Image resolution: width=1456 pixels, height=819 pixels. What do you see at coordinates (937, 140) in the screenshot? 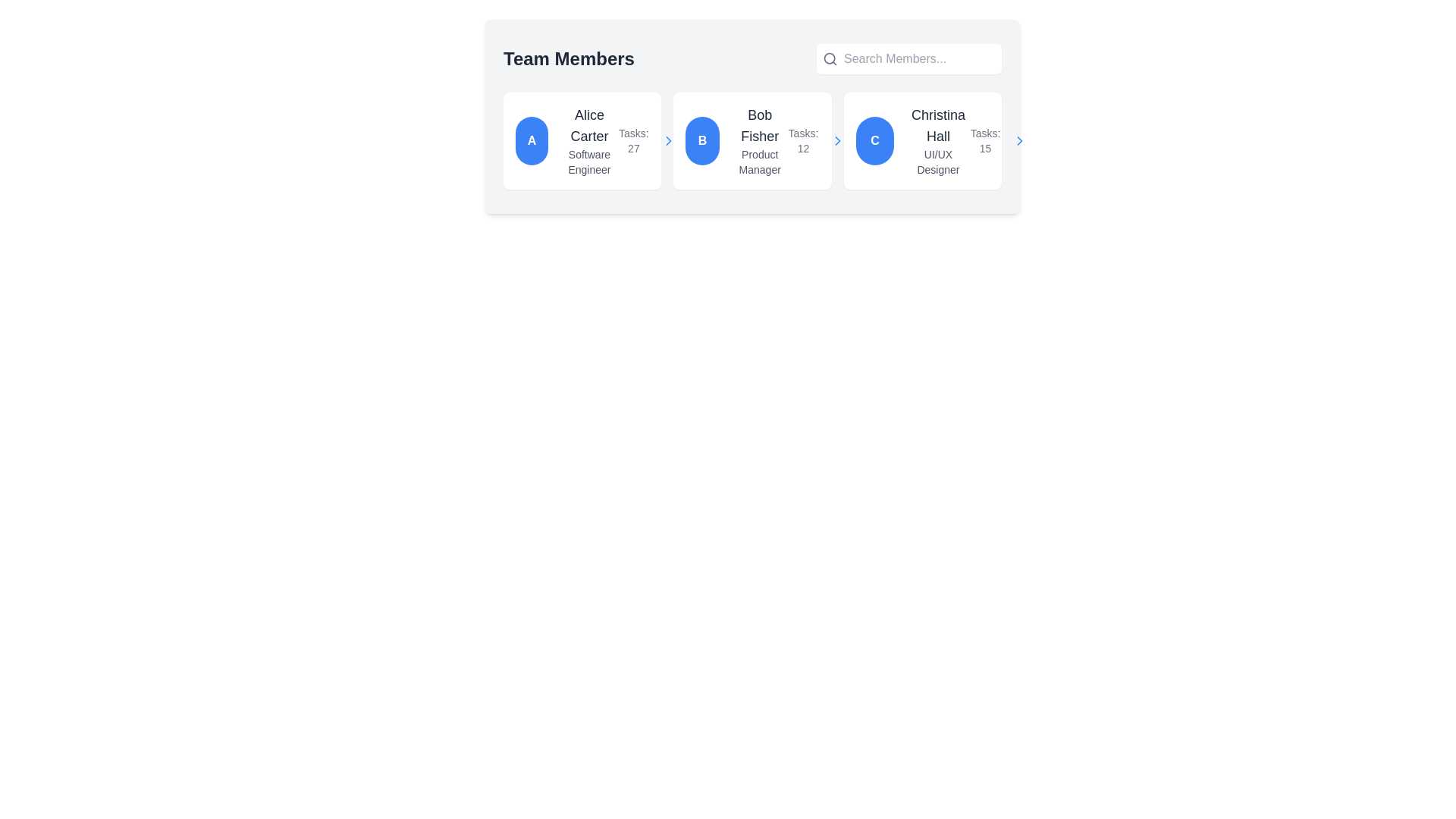
I see `text content from the profile card of 'Christina Hall', which displays 'Christina Hall' in bold and 'UI/UX Designer' below it` at bounding box center [937, 140].